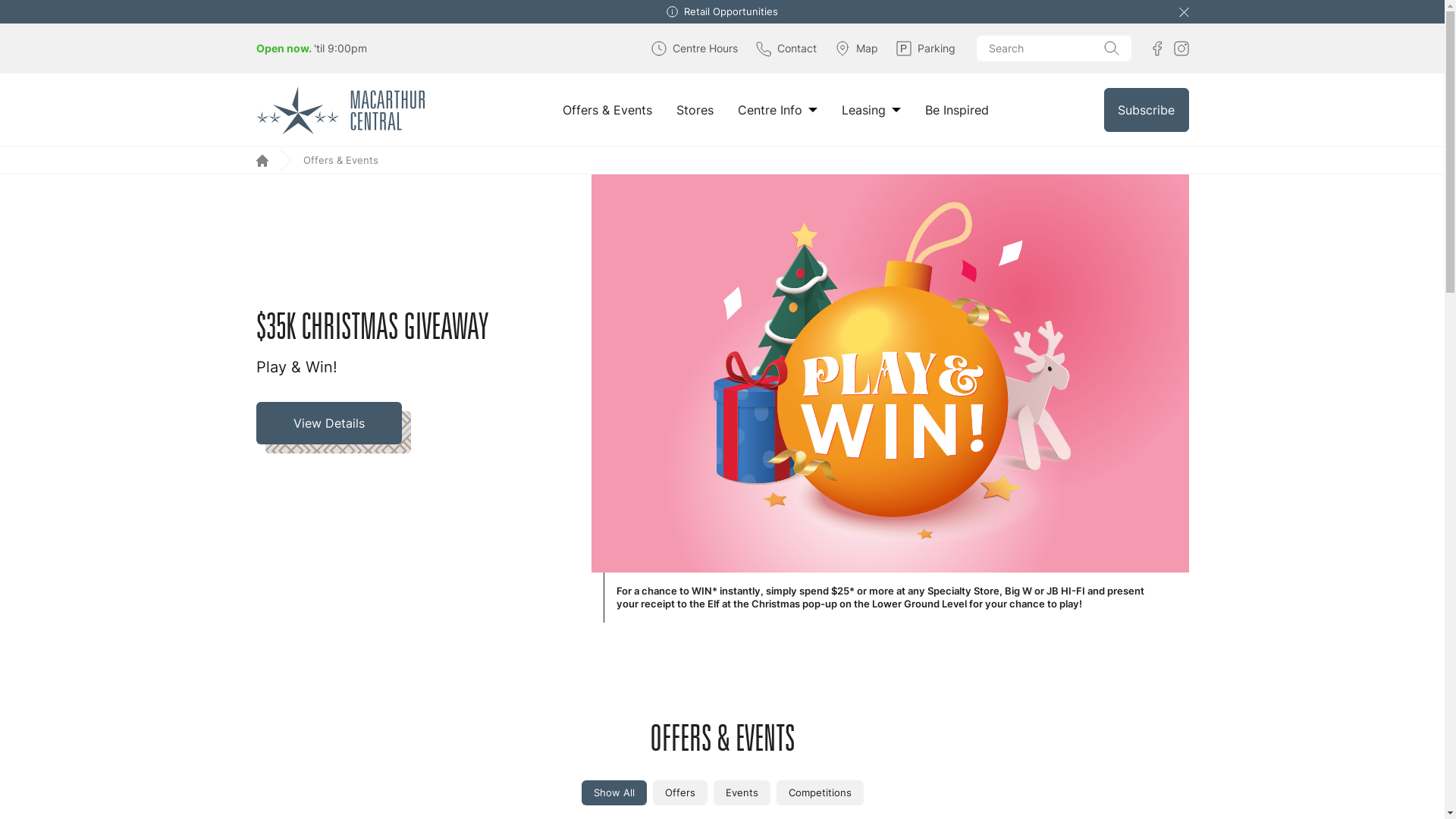 This screenshot has width=1456, height=819. What do you see at coordinates (262, 161) in the screenshot?
I see `'Home'` at bounding box center [262, 161].